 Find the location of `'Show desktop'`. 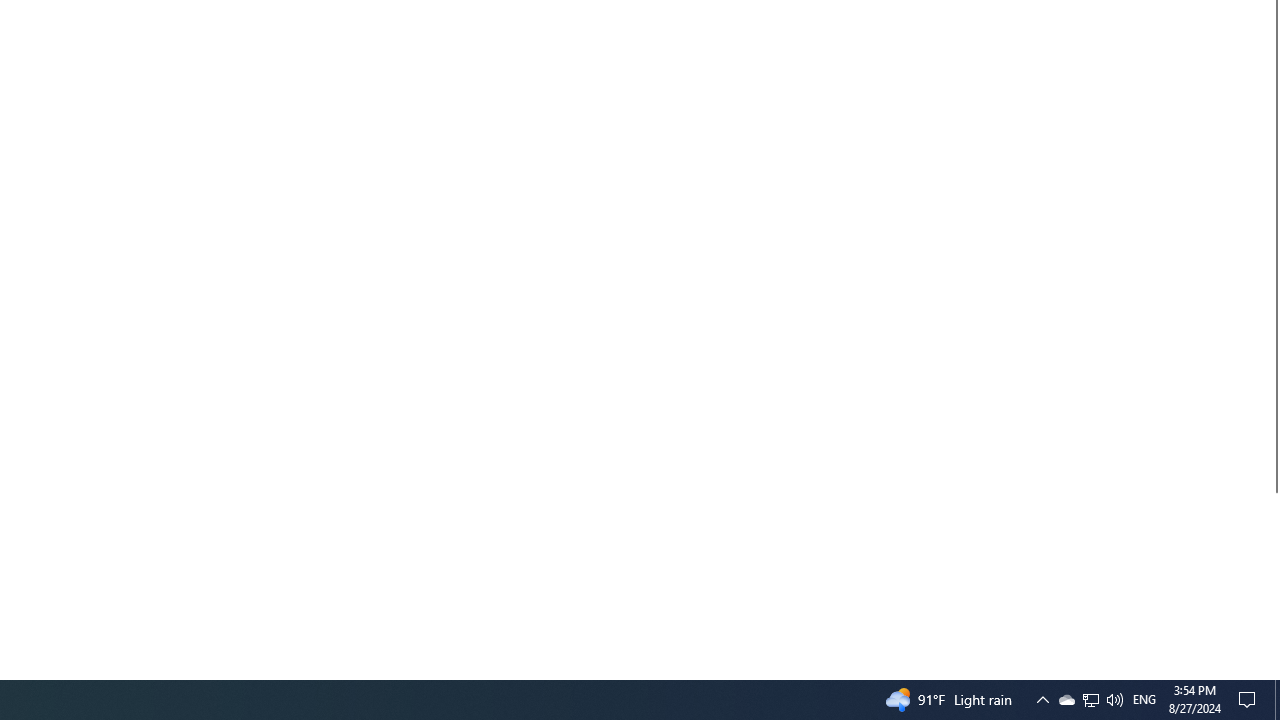

'Show desktop' is located at coordinates (1271, 671).